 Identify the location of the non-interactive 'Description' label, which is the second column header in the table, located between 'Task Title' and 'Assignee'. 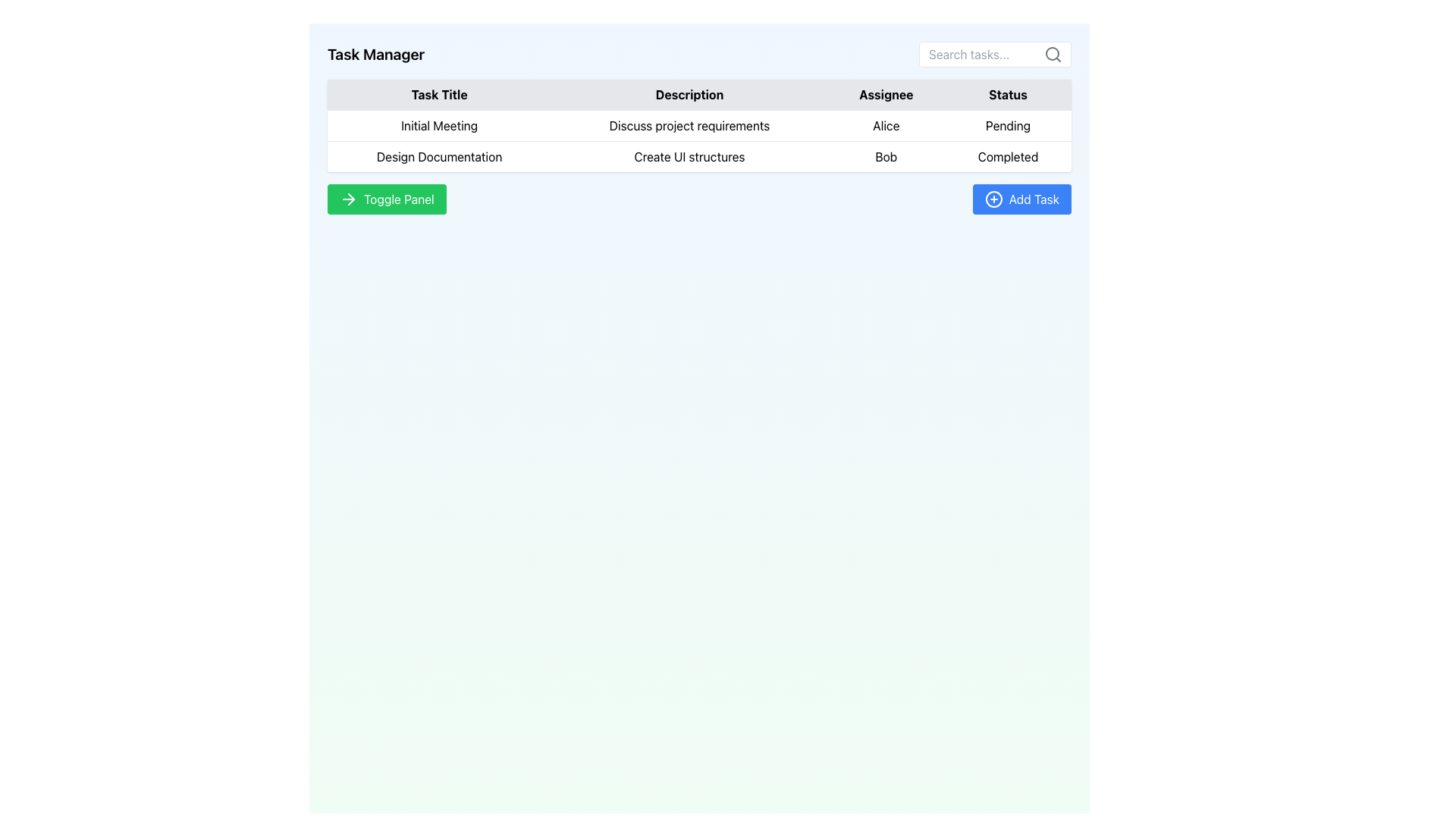
(689, 95).